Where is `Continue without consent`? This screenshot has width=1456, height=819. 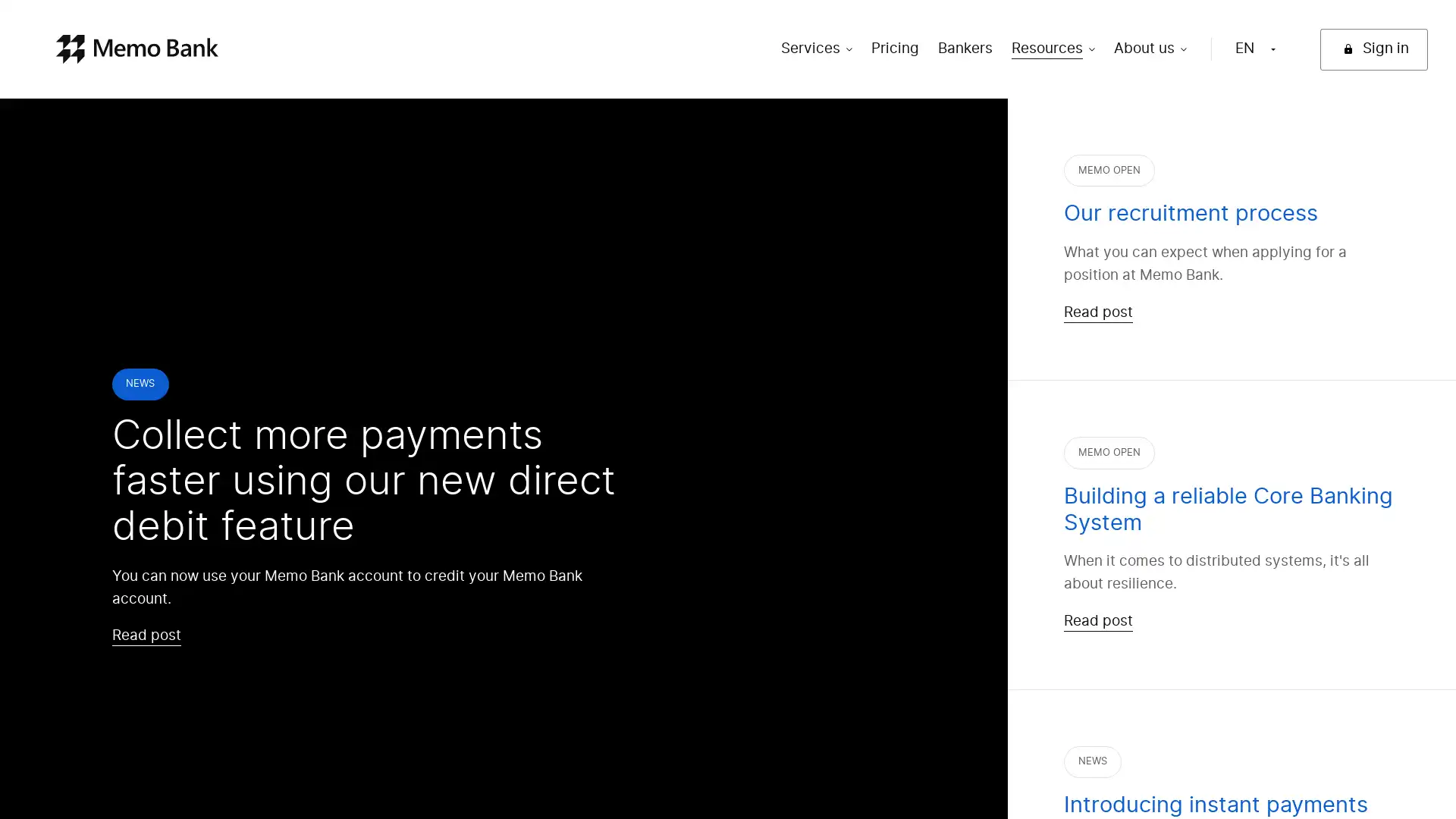 Continue without consent is located at coordinates (32, 792).